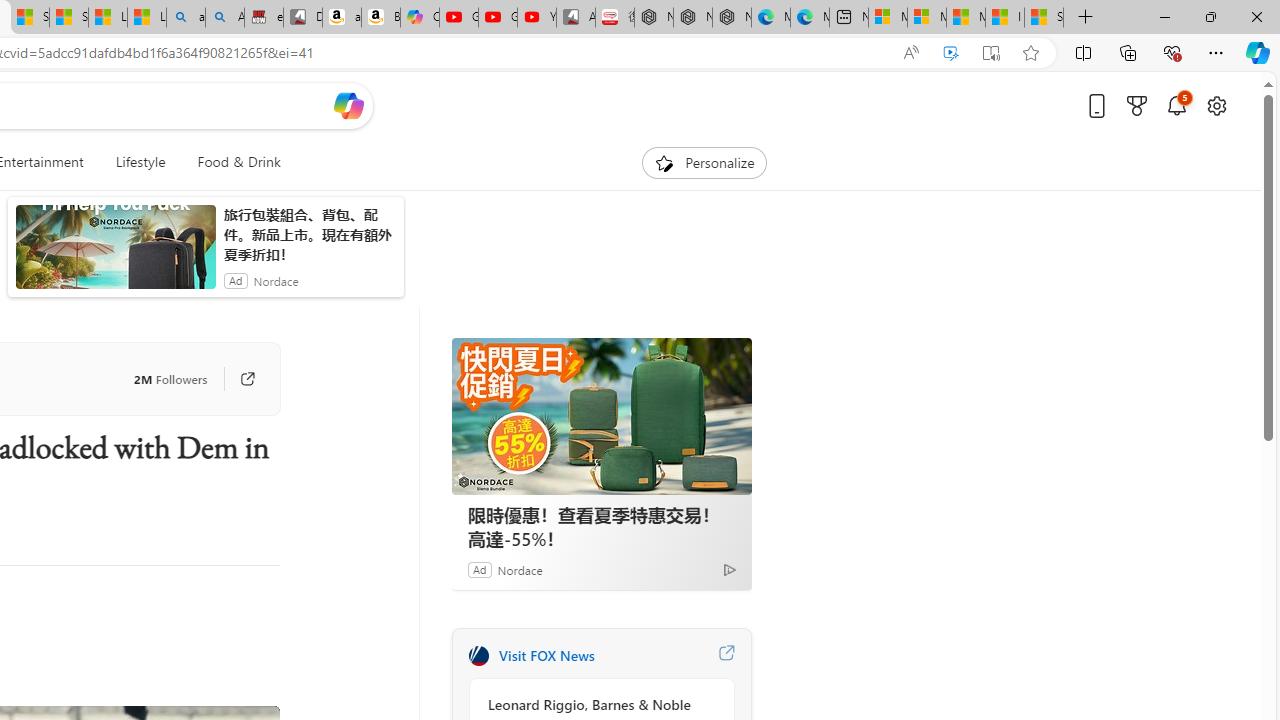 Image resolution: width=1280 pixels, height=720 pixels. What do you see at coordinates (497, 17) in the screenshot?
I see `'Gloom - YouTube'` at bounding box center [497, 17].